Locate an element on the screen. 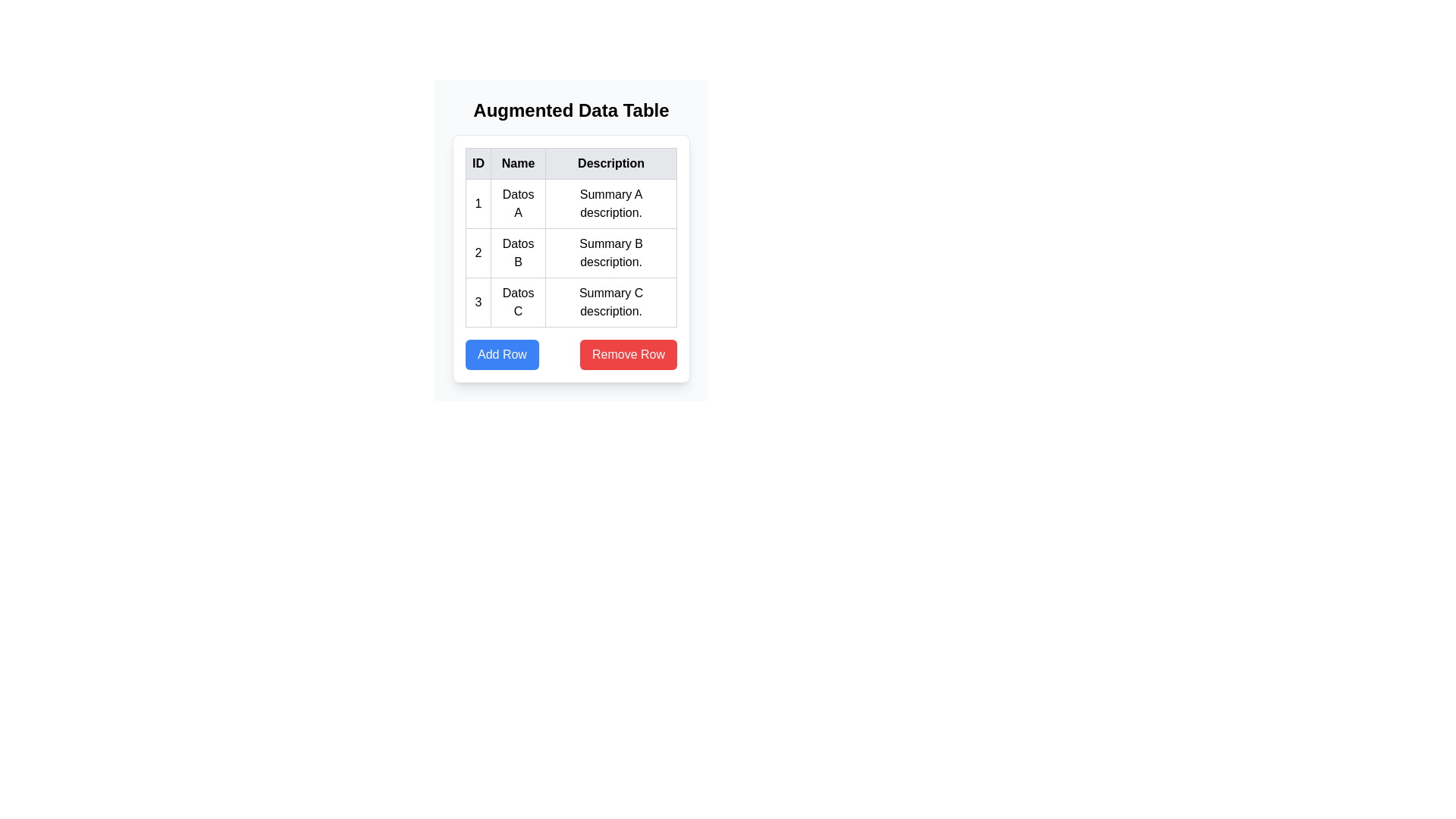  the row corresponding to 2 is located at coordinates (570, 253).